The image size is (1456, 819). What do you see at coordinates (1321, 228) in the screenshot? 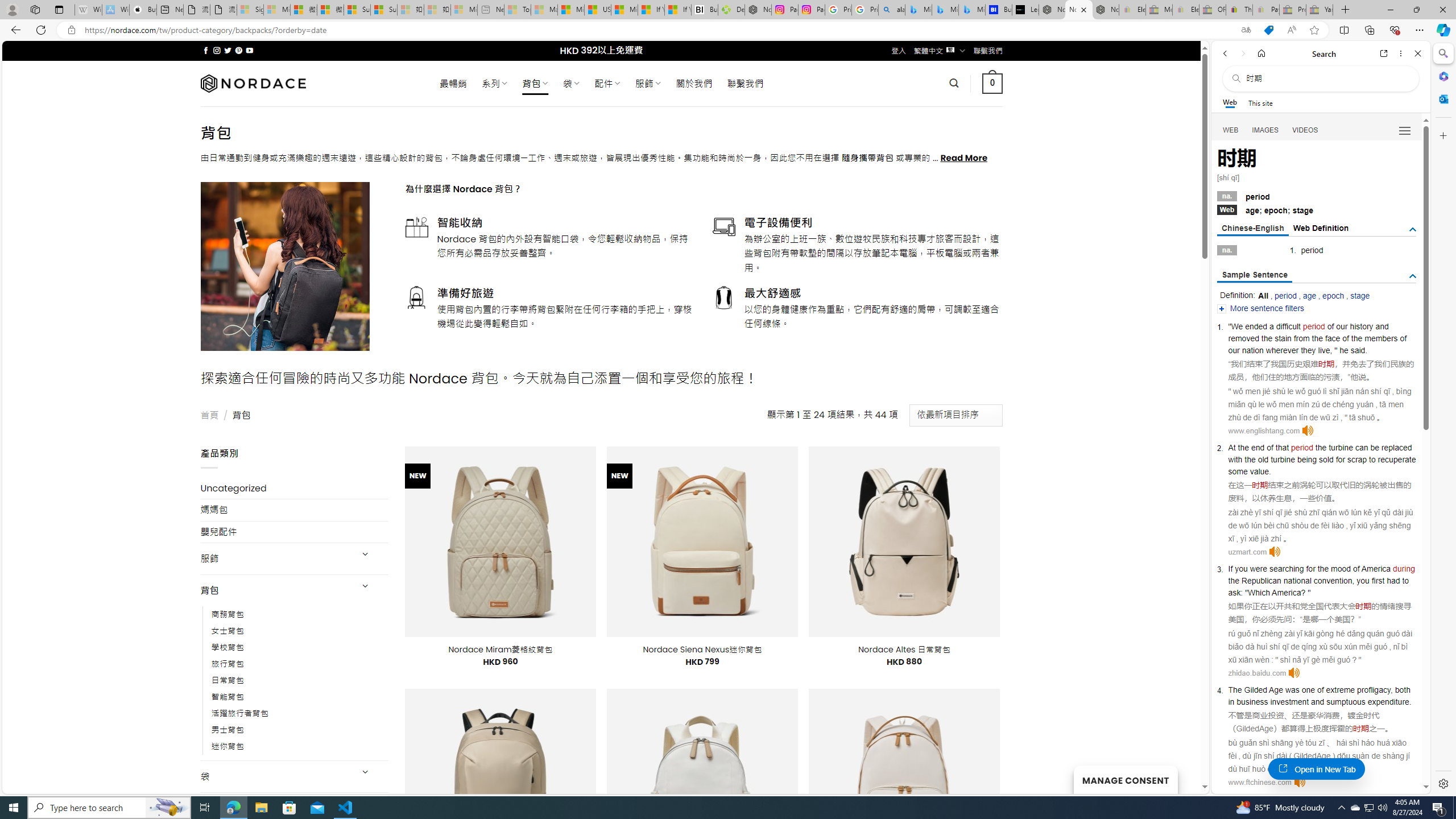
I see `'Web Definition'` at bounding box center [1321, 228].